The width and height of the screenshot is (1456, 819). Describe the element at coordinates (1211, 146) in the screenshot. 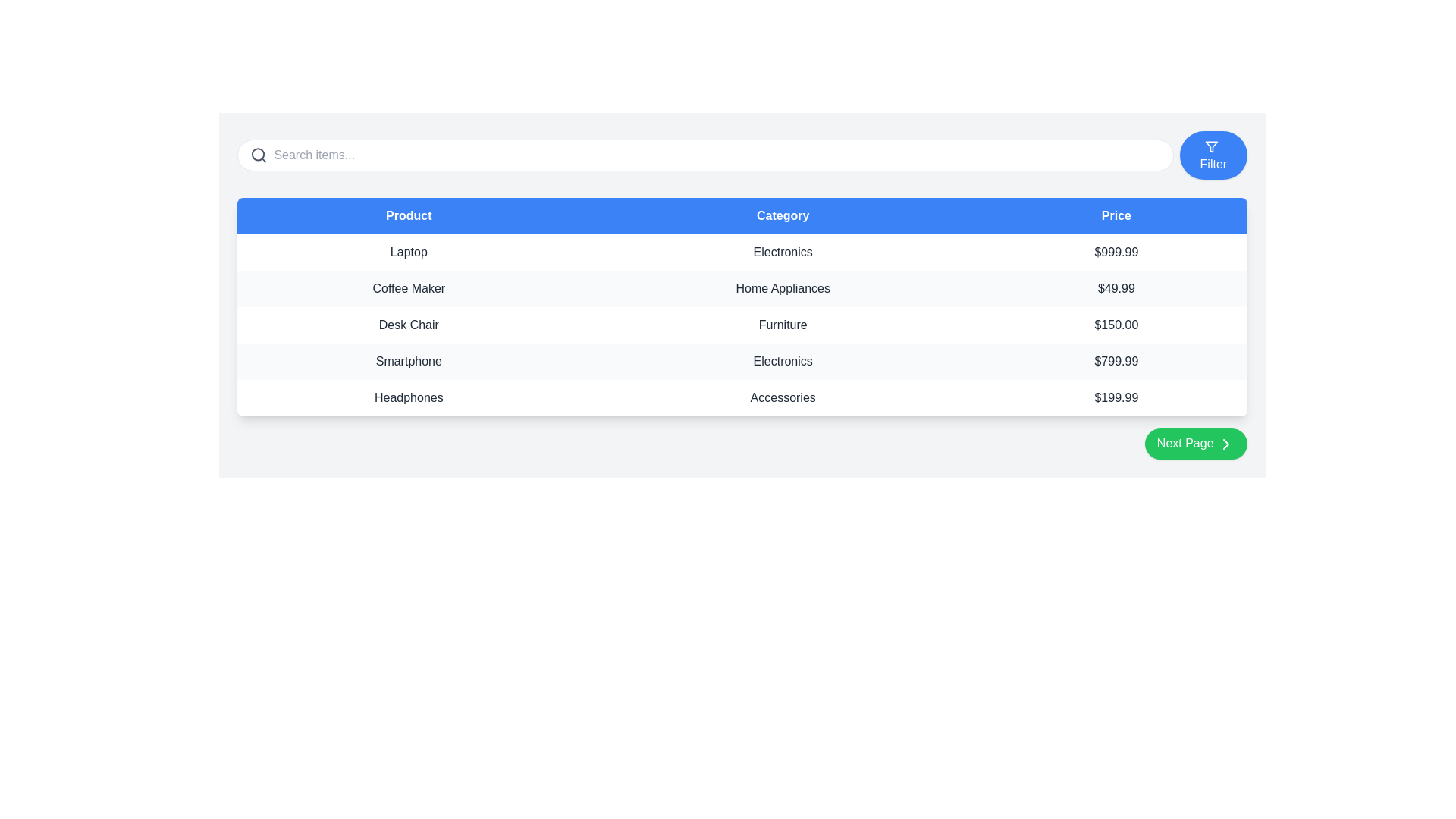

I see `the funnel-shaped icon located in the top-right corner of the application interface` at that location.